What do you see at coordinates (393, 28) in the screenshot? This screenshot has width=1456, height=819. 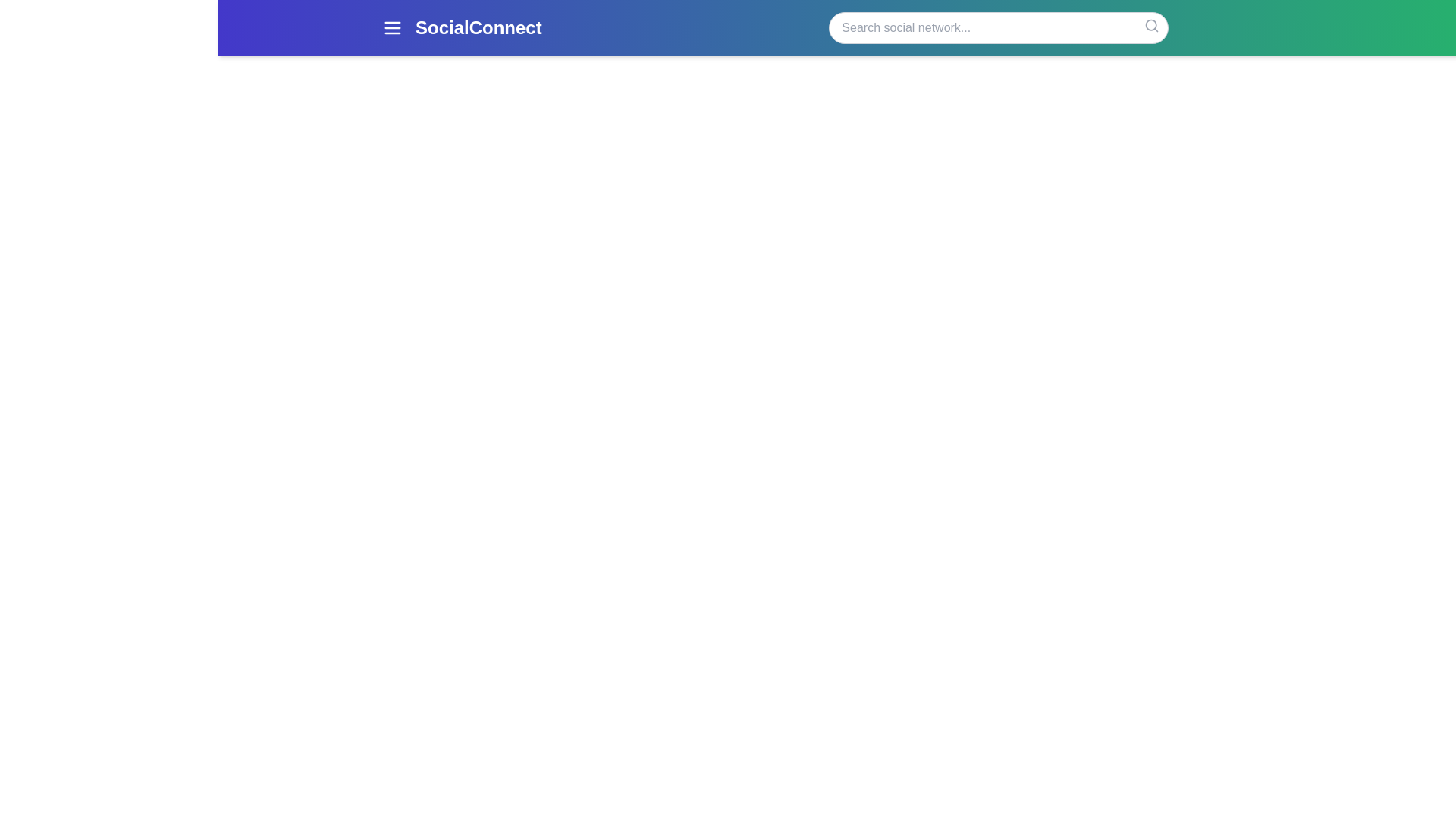 I see `the menu button to open the navigation menu` at bounding box center [393, 28].